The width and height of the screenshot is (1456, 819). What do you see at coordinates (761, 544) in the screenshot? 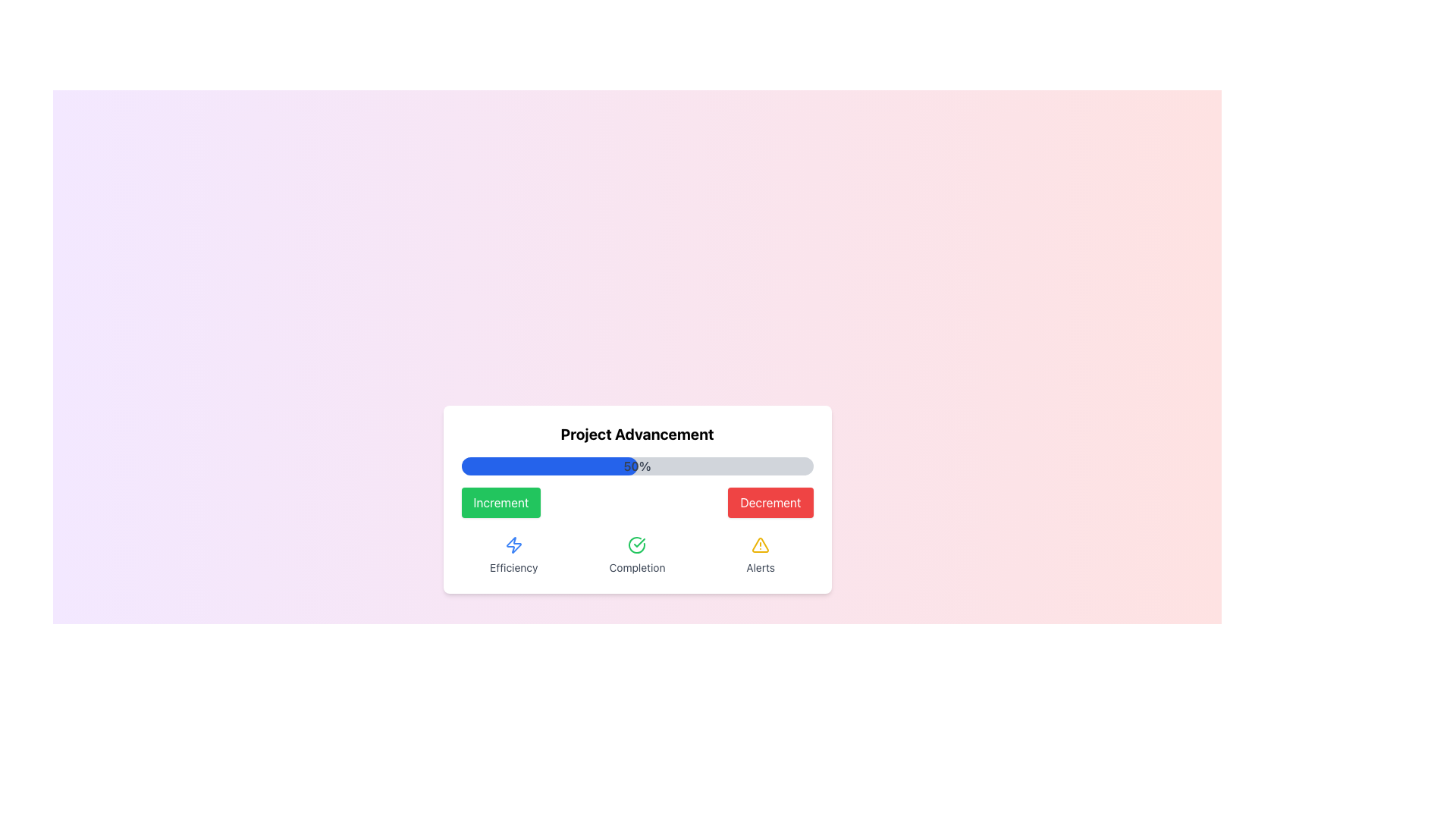
I see `the alert icon located at the bottom of the interface card, adjacent to the red 'Decrement' button and above the 'Alerts' label` at bounding box center [761, 544].